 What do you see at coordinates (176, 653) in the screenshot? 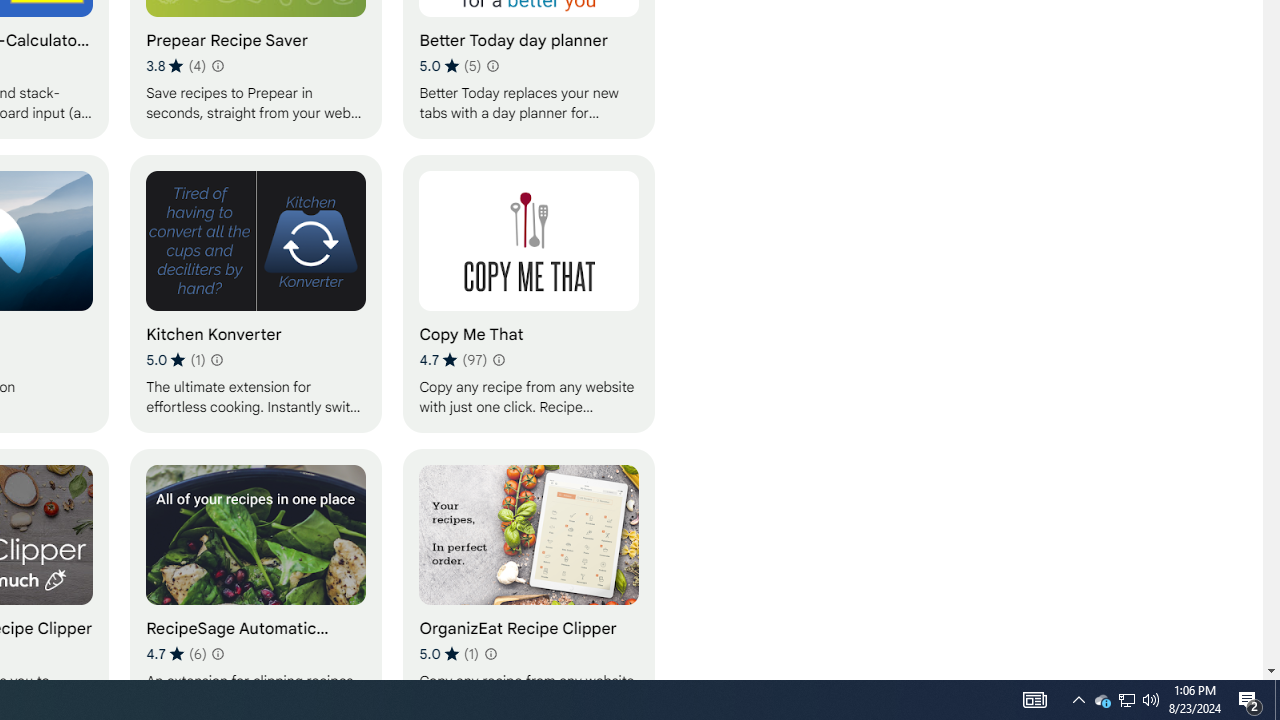
I see `'Average rating 4.7 out of 5 stars. 6 ratings.'` at bounding box center [176, 653].